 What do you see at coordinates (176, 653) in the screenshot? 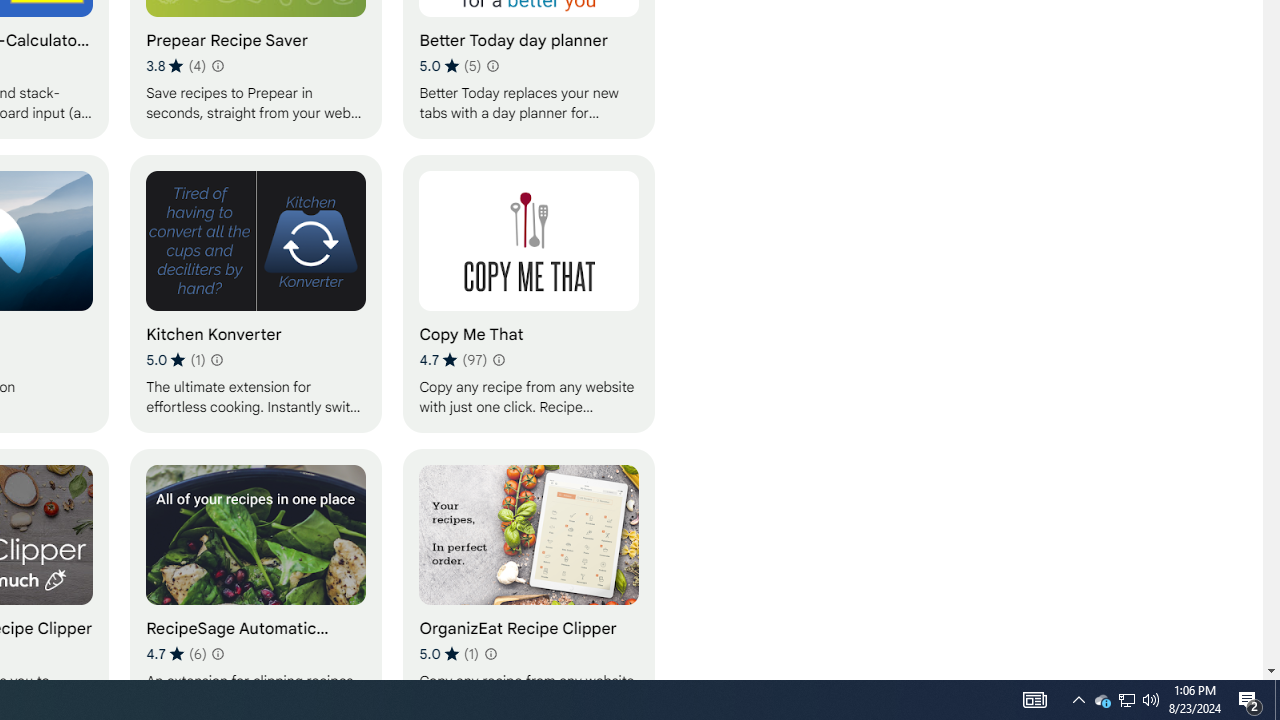
I see `'Average rating 4.7 out of 5 stars. 6 ratings.'` at bounding box center [176, 653].